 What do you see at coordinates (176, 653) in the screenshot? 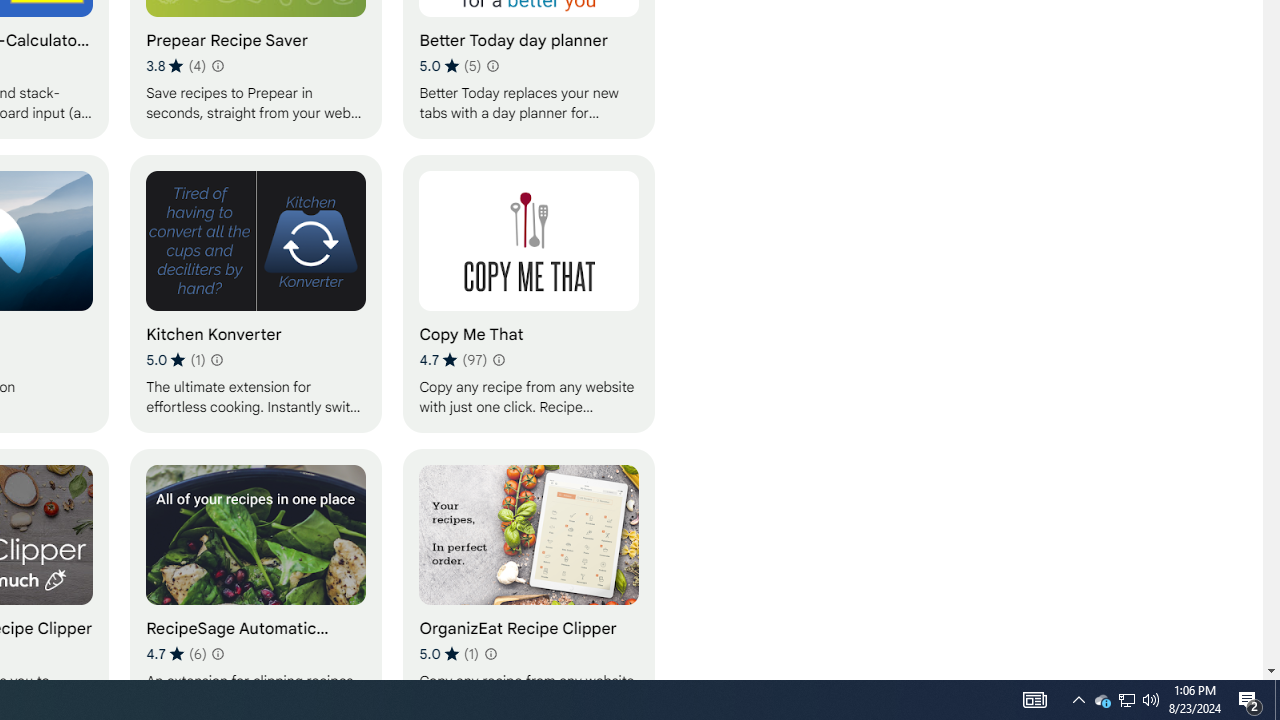
I see `'Average rating 4.7 out of 5 stars. 6 ratings.'` at bounding box center [176, 653].